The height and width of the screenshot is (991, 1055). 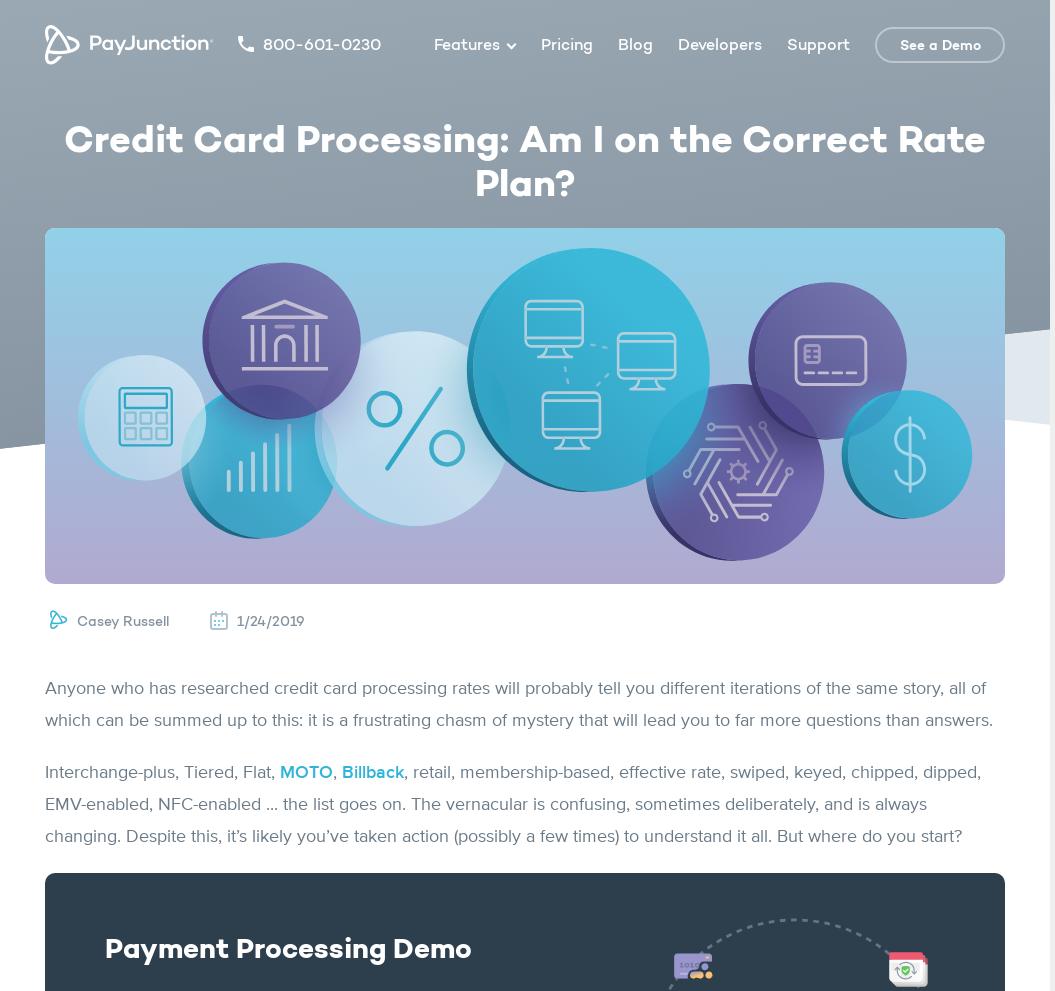 I want to click on 'Payment Processing Demo', so click(x=288, y=949).